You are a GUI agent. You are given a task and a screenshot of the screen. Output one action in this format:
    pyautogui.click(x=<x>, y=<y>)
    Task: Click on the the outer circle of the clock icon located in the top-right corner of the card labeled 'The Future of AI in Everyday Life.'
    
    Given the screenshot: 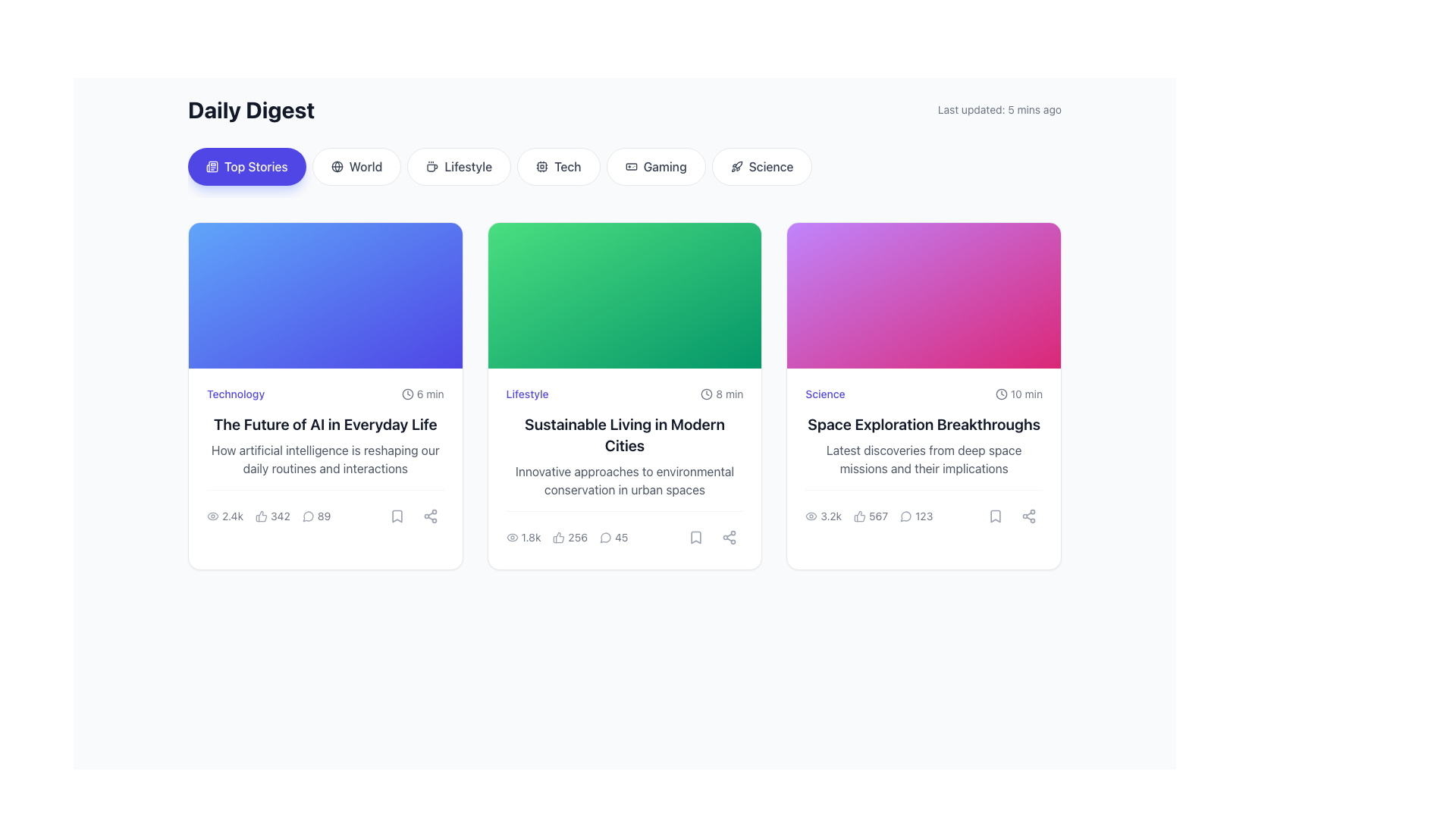 What is the action you would take?
    pyautogui.click(x=407, y=394)
    